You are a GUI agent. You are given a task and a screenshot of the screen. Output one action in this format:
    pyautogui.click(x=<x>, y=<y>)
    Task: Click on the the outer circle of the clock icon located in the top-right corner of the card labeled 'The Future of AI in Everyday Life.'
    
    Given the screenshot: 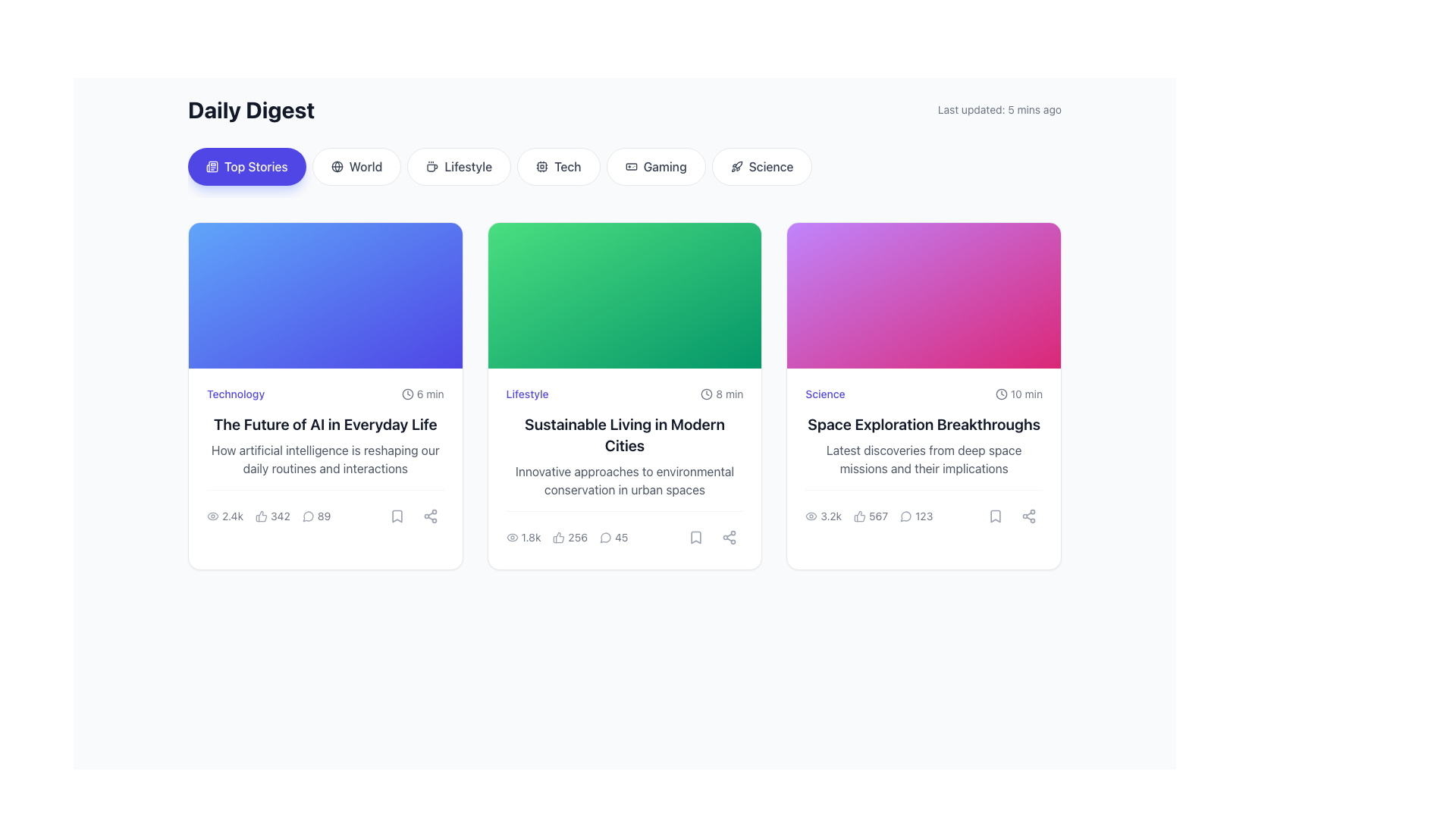 What is the action you would take?
    pyautogui.click(x=407, y=394)
    